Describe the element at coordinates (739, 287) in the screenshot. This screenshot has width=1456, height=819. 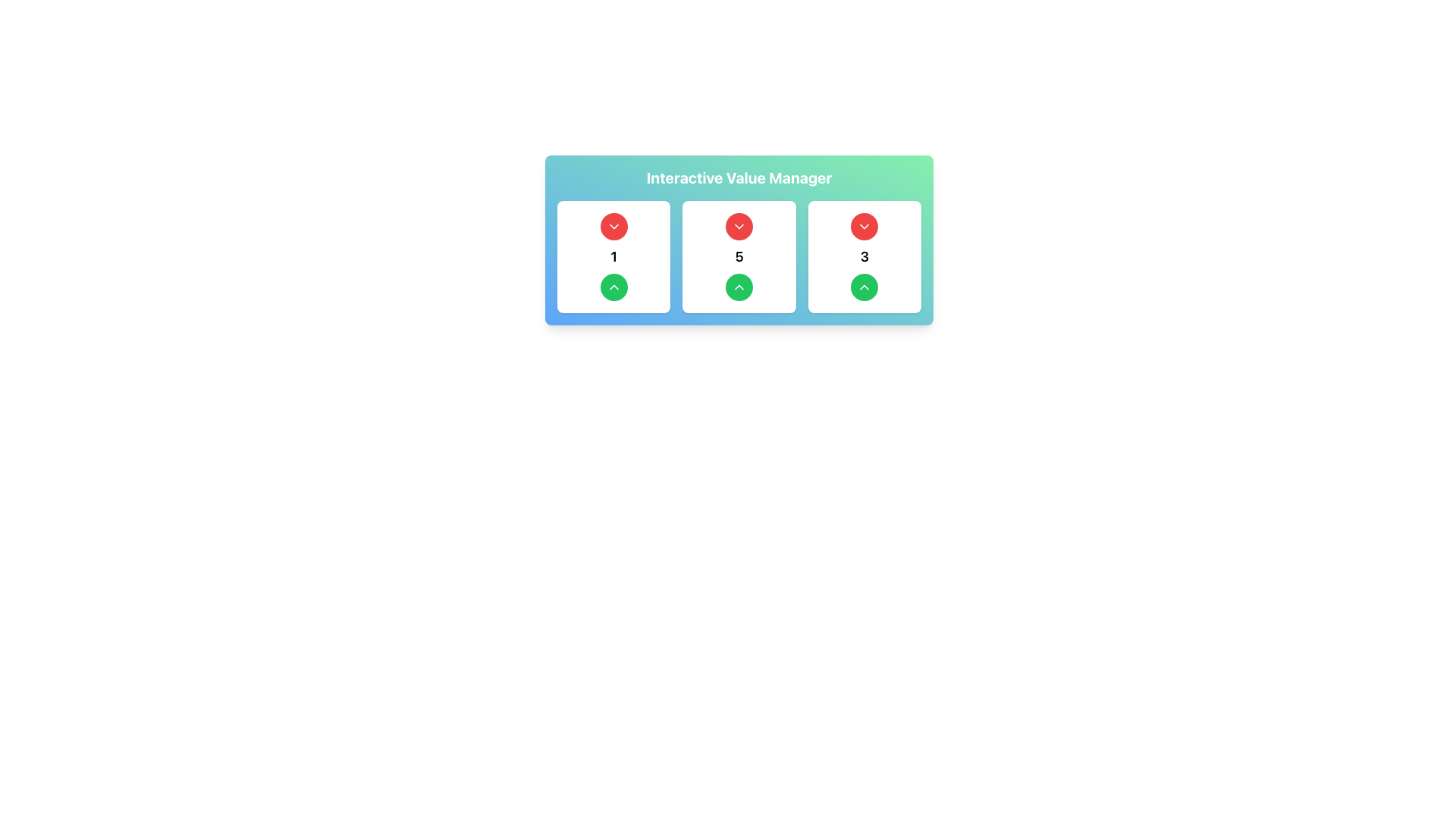
I see `the increment button located beneath the number '5' in the central column of a three-column panel to observe the hover effects` at that location.